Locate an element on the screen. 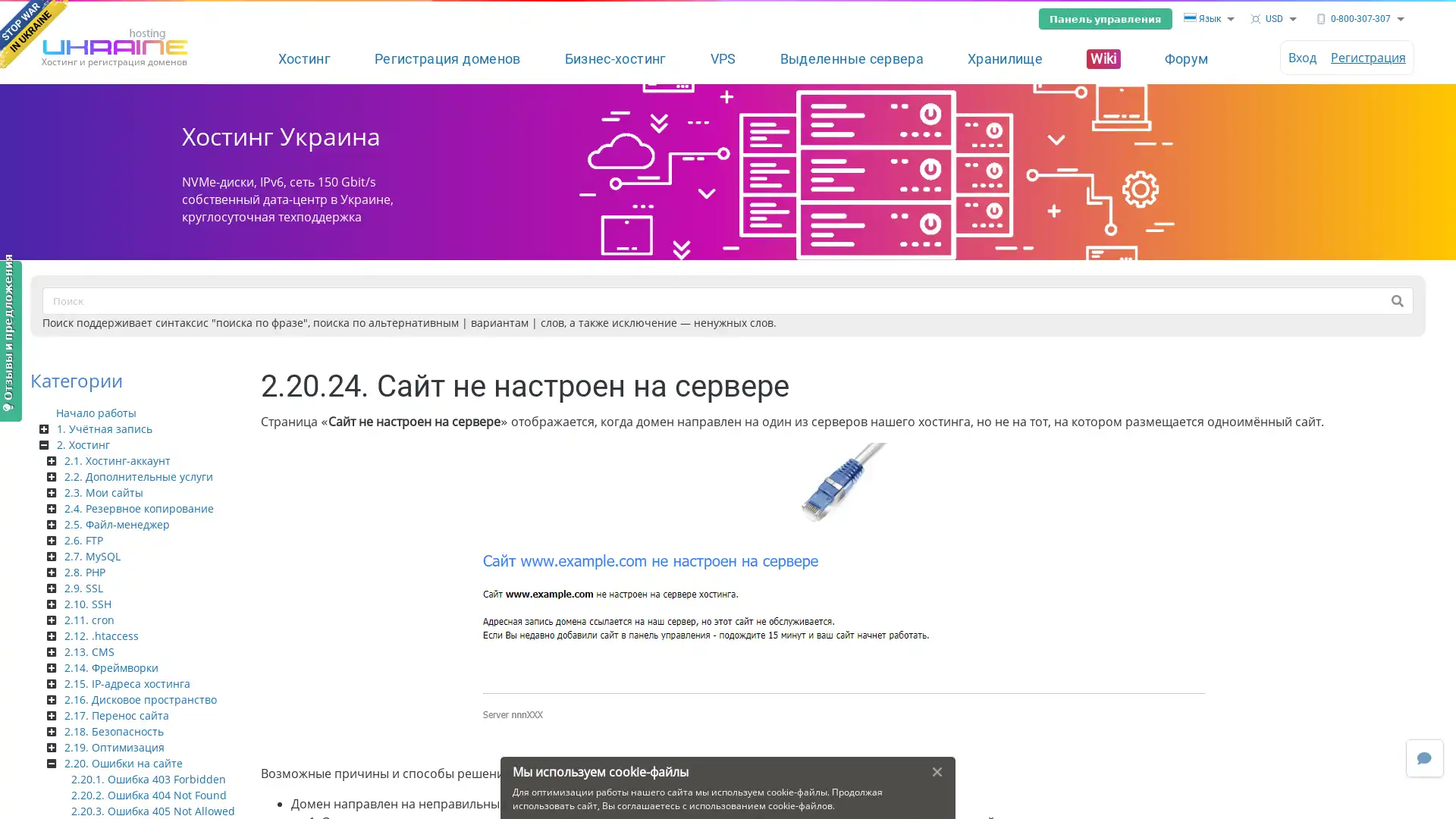 The width and height of the screenshot is (1456, 819). USD is located at coordinates (1273, 18).